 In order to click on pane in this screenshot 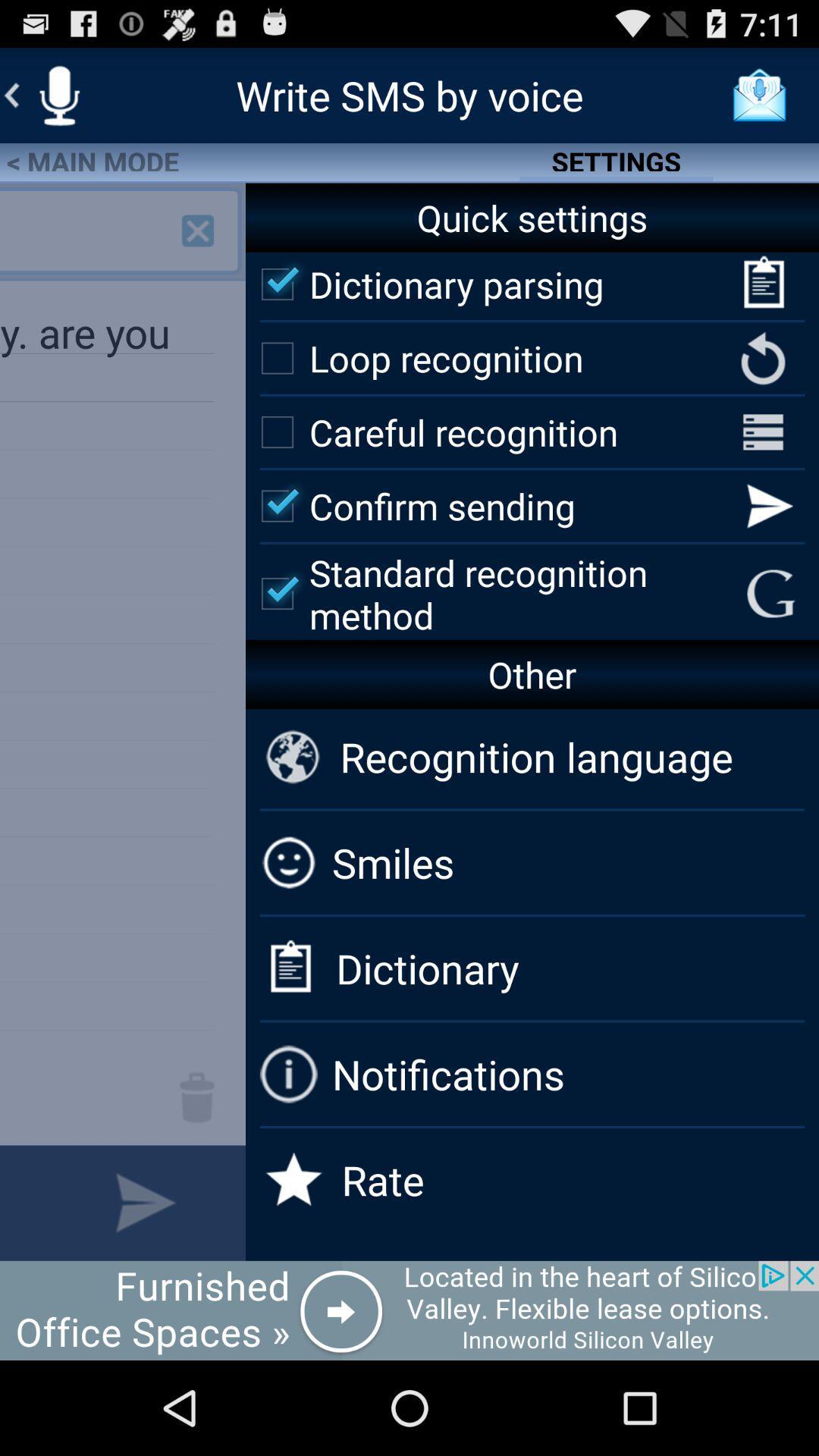, I will do `click(197, 230)`.